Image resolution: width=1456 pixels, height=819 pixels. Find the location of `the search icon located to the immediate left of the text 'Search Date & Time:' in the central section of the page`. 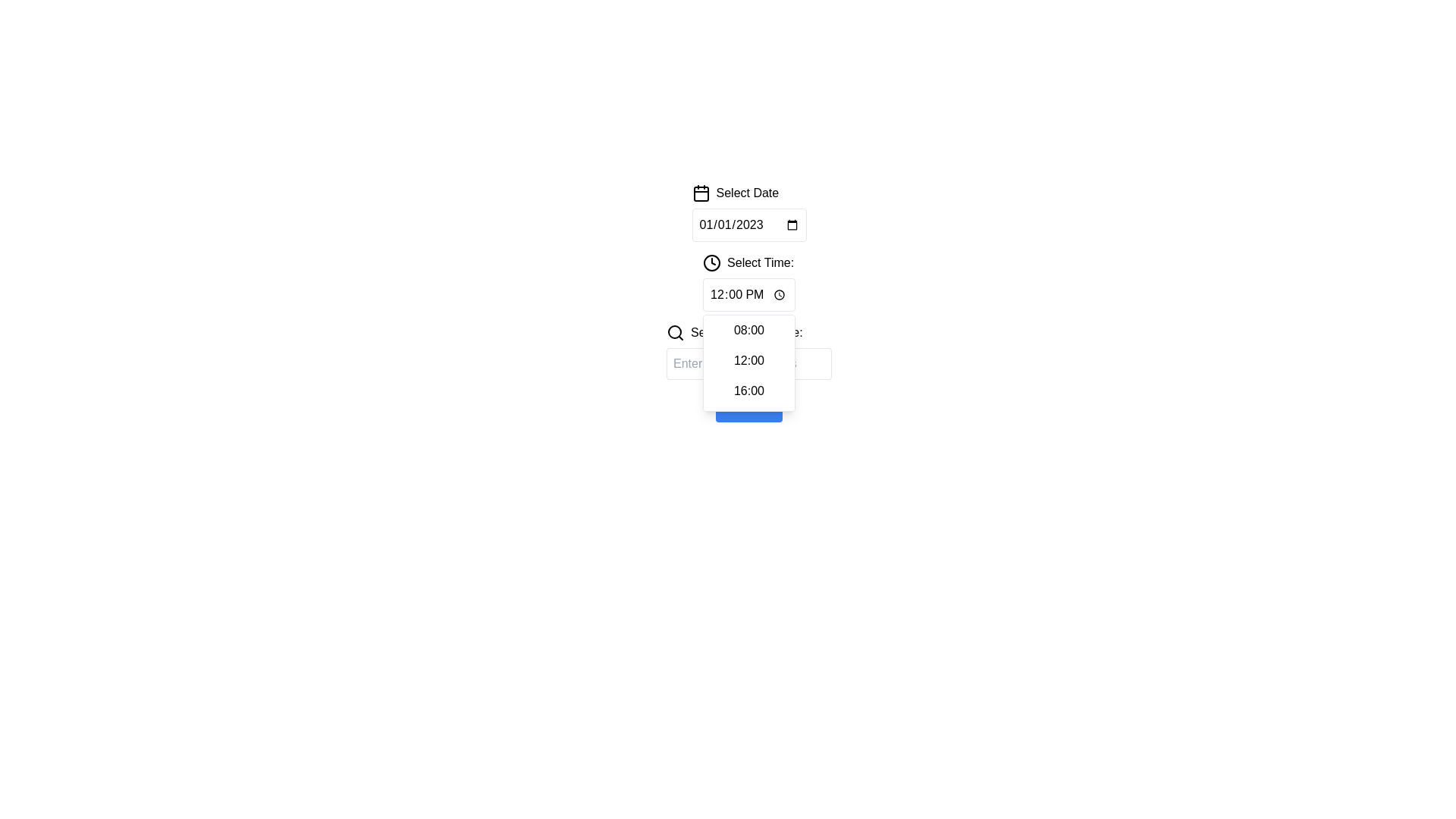

the search icon located to the immediate left of the text 'Search Date & Time:' in the central section of the page is located at coordinates (675, 332).